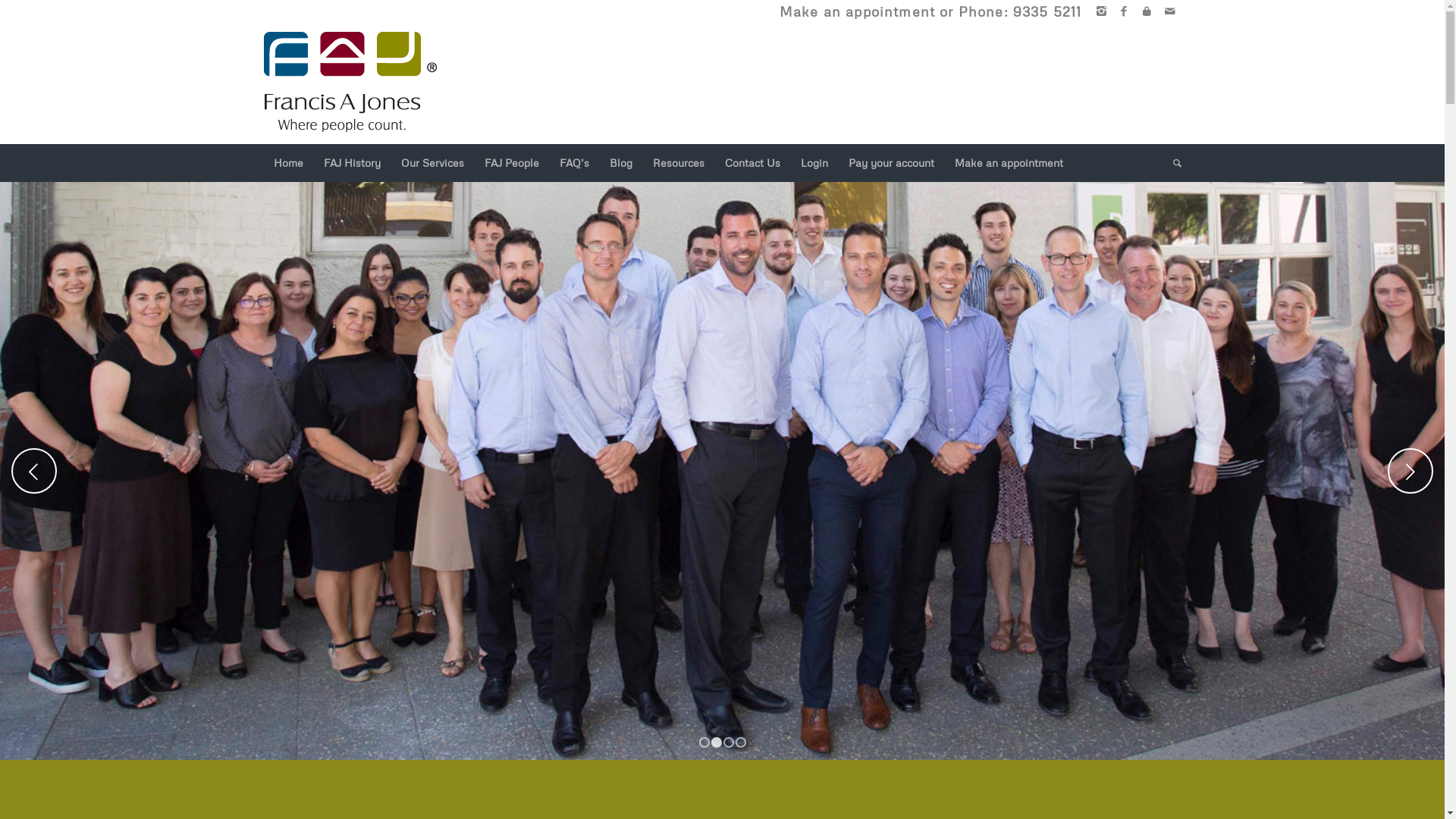 This screenshot has width=1456, height=819. What do you see at coordinates (1008, 163) in the screenshot?
I see `'Make an appointment'` at bounding box center [1008, 163].